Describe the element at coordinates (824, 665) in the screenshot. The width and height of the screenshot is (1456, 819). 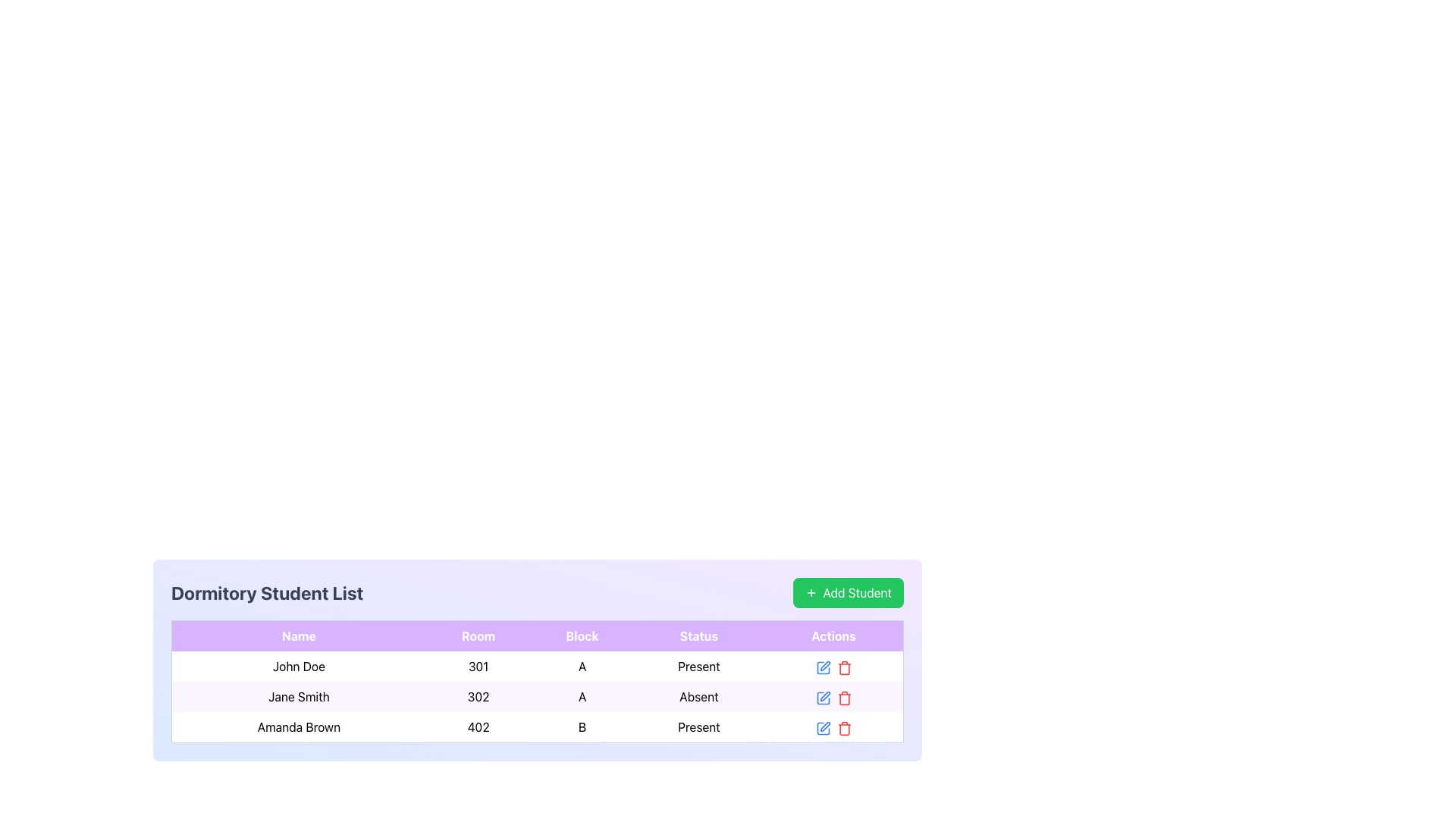
I see `the pen icon button located in the 'Actions' column of the table for 'John Doe'` at that location.